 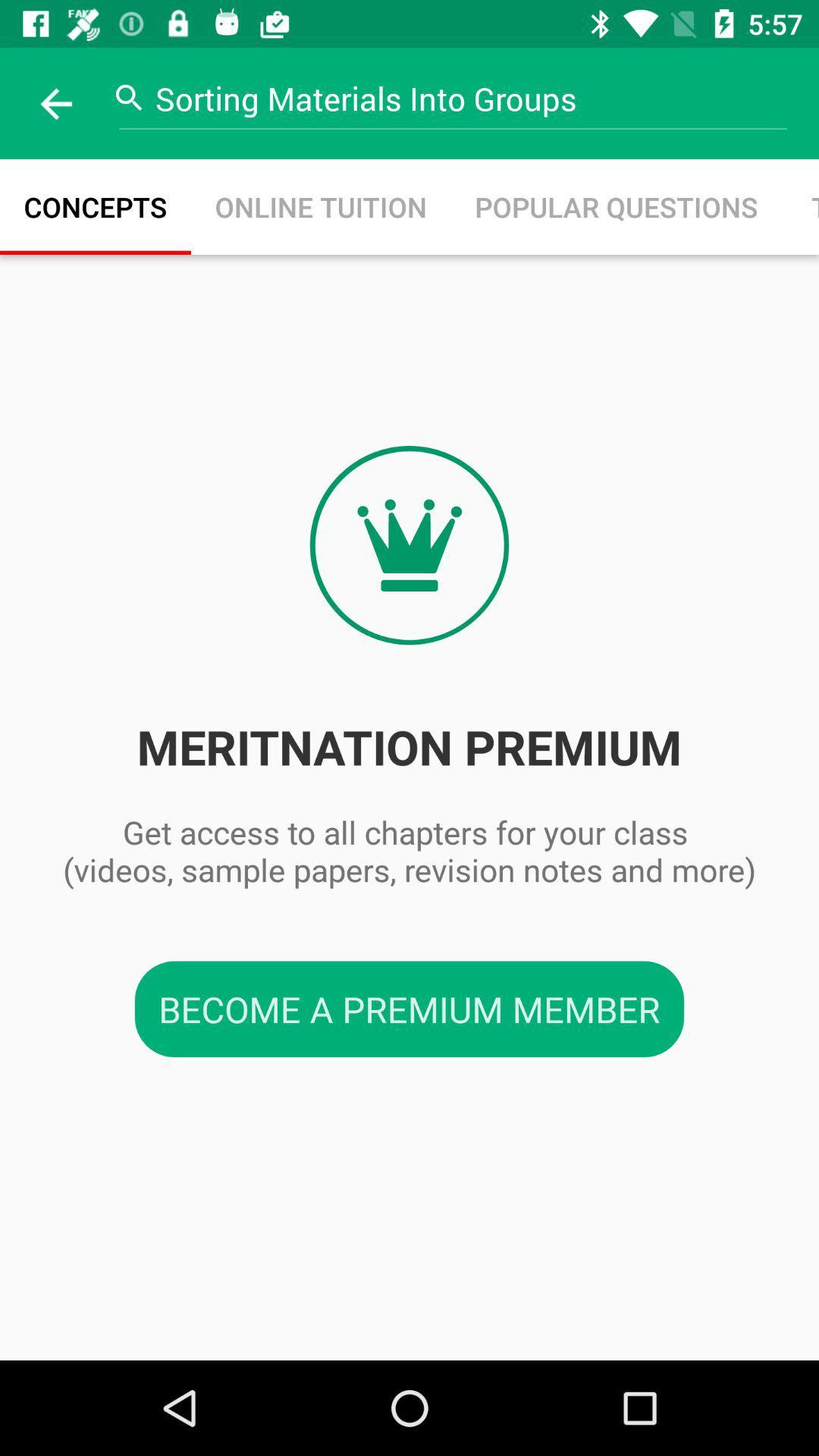 What do you see at coordinates (409, 1009) in the screenshot?
I see `the item below get access to` at bounding box center [409, 1009].